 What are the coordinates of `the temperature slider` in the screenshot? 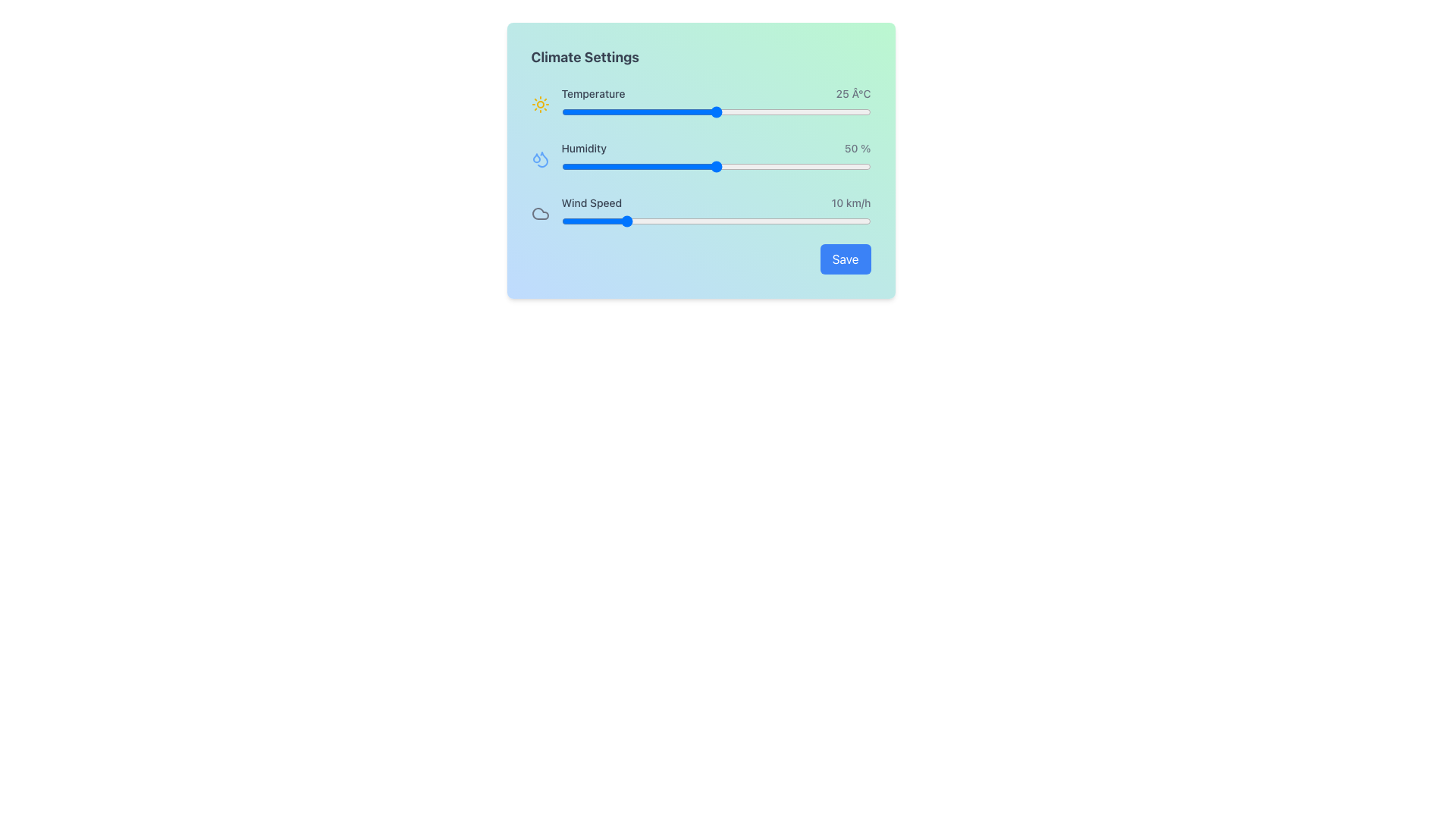 It's located at (703, 111).